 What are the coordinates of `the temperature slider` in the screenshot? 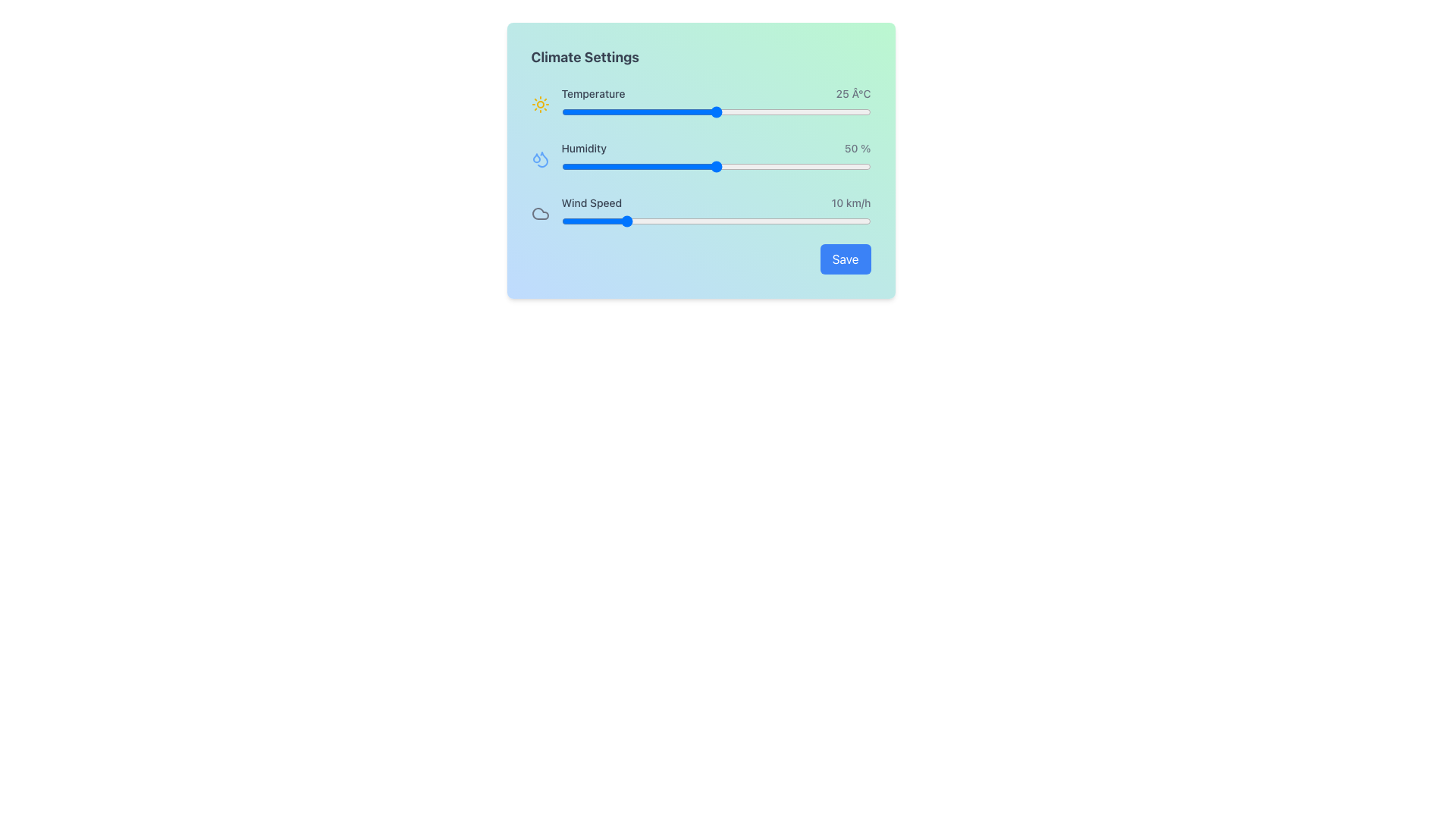 It's located at (703, 111).